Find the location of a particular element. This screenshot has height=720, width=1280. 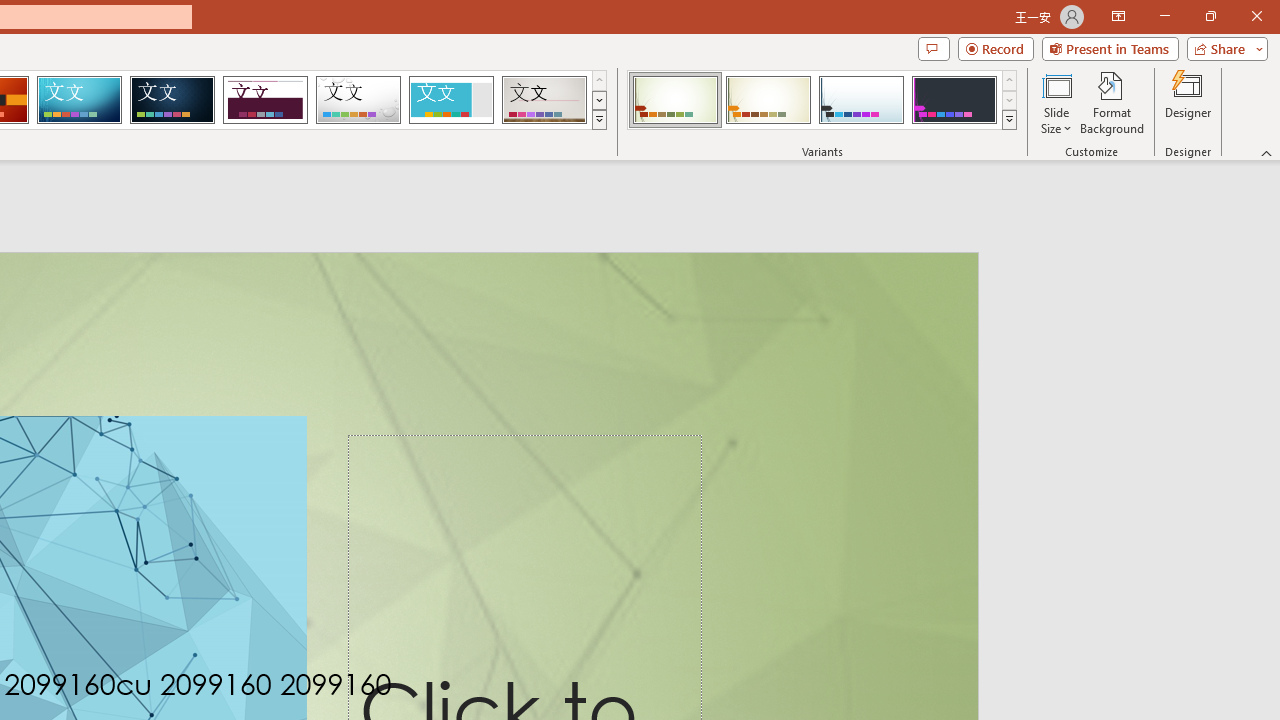

'Designer' is located at coordinates (1188, 103).